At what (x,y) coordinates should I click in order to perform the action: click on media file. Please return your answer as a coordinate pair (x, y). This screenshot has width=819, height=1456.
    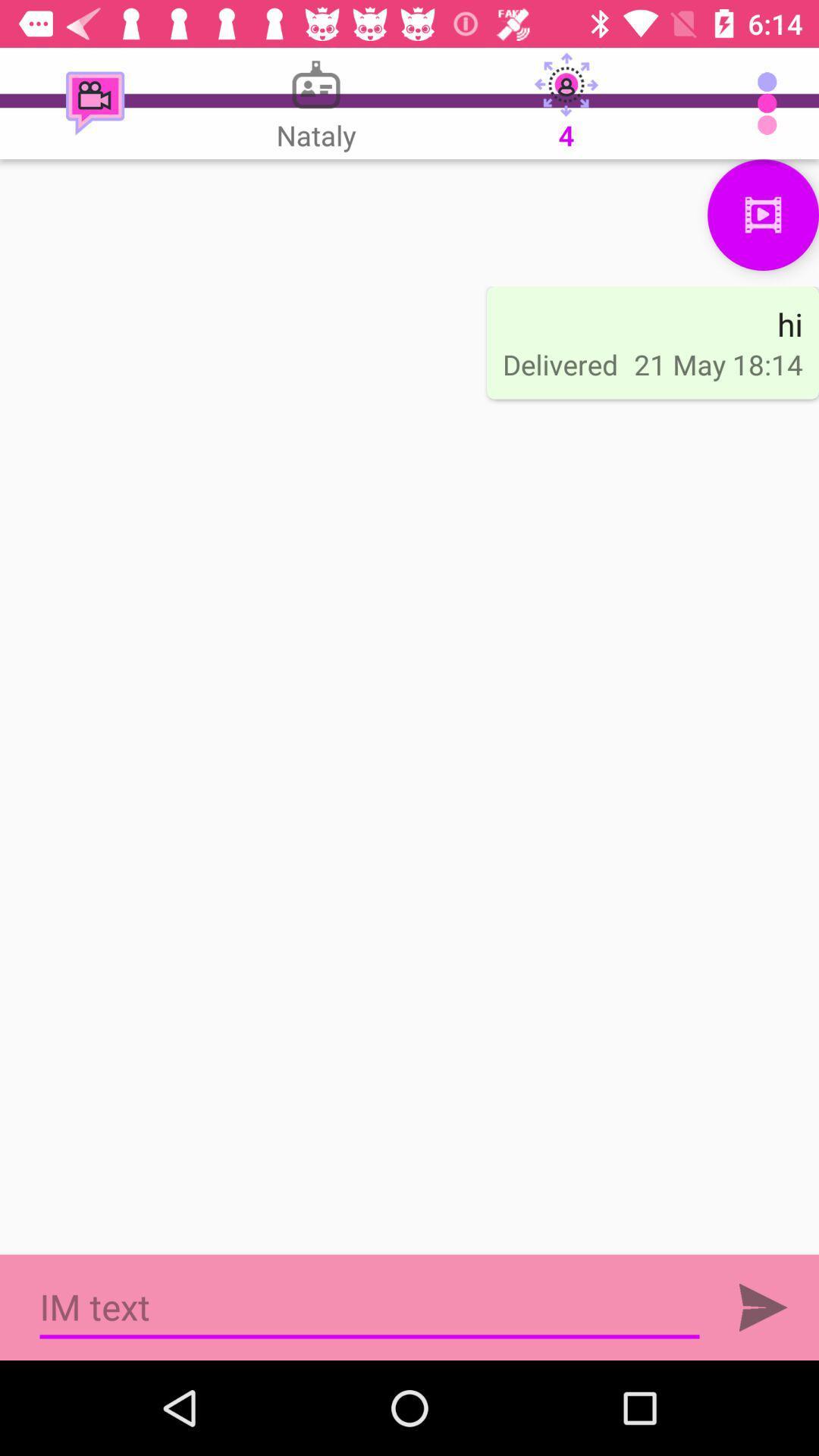
    Looking at the image, I should click on (763, 214).